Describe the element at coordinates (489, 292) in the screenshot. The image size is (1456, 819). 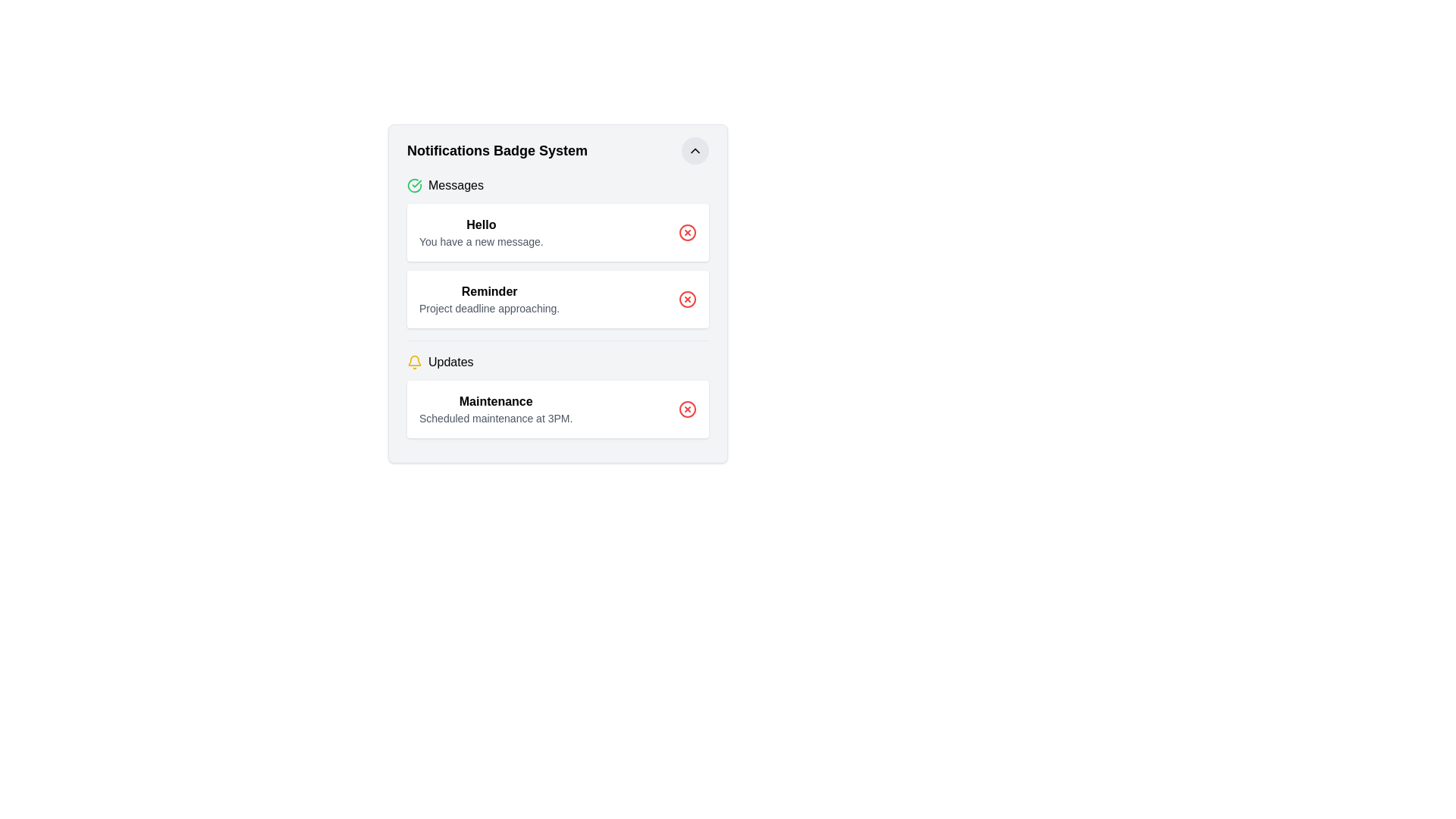
I see `the bolded black text label 'Reminder' which is the header of a notification block in the 'Messages' section of the 'Notifications Badge System' panel` at that location.